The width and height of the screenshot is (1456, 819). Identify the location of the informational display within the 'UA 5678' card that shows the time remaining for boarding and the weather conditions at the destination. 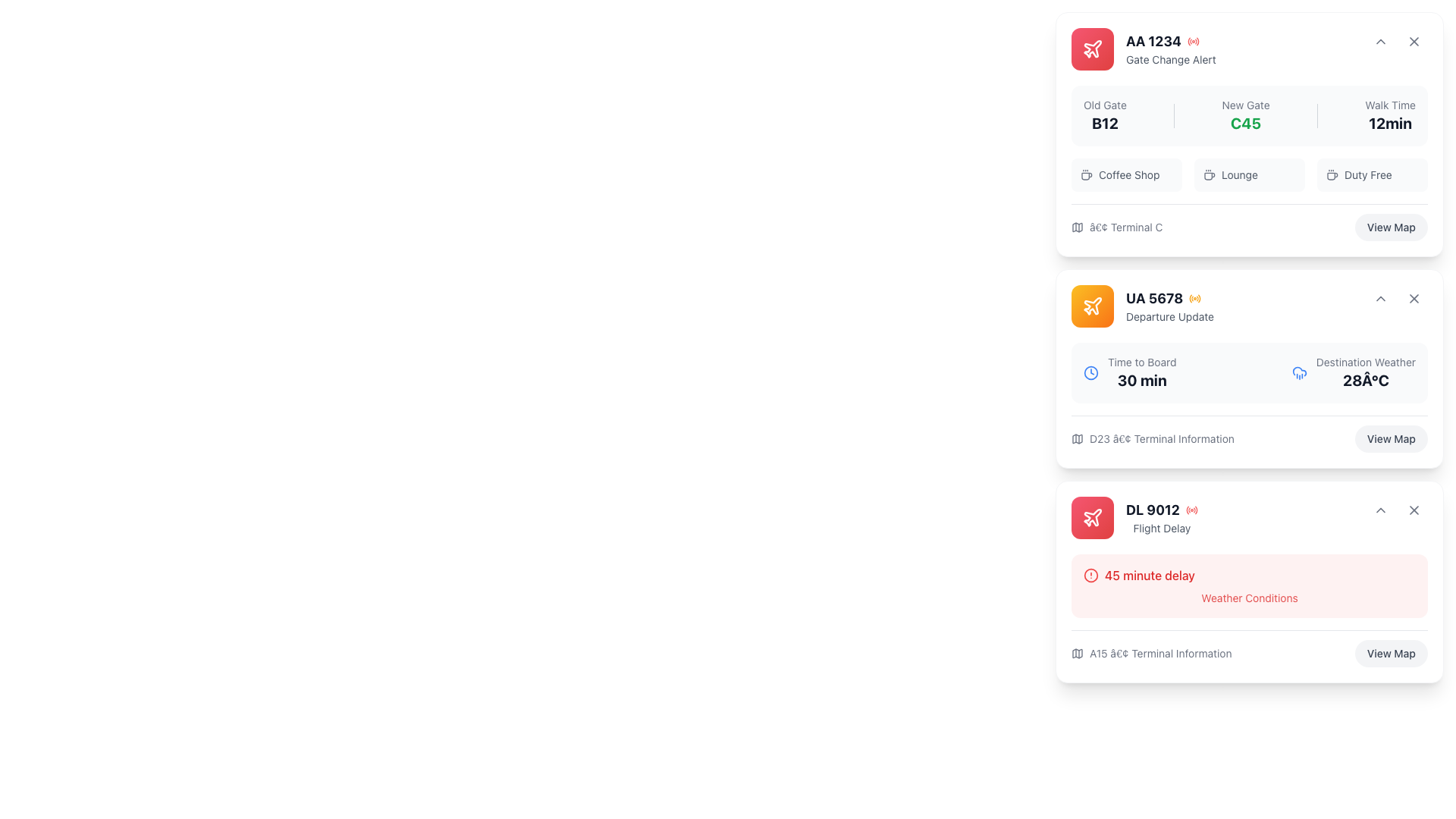
(1249, 397).